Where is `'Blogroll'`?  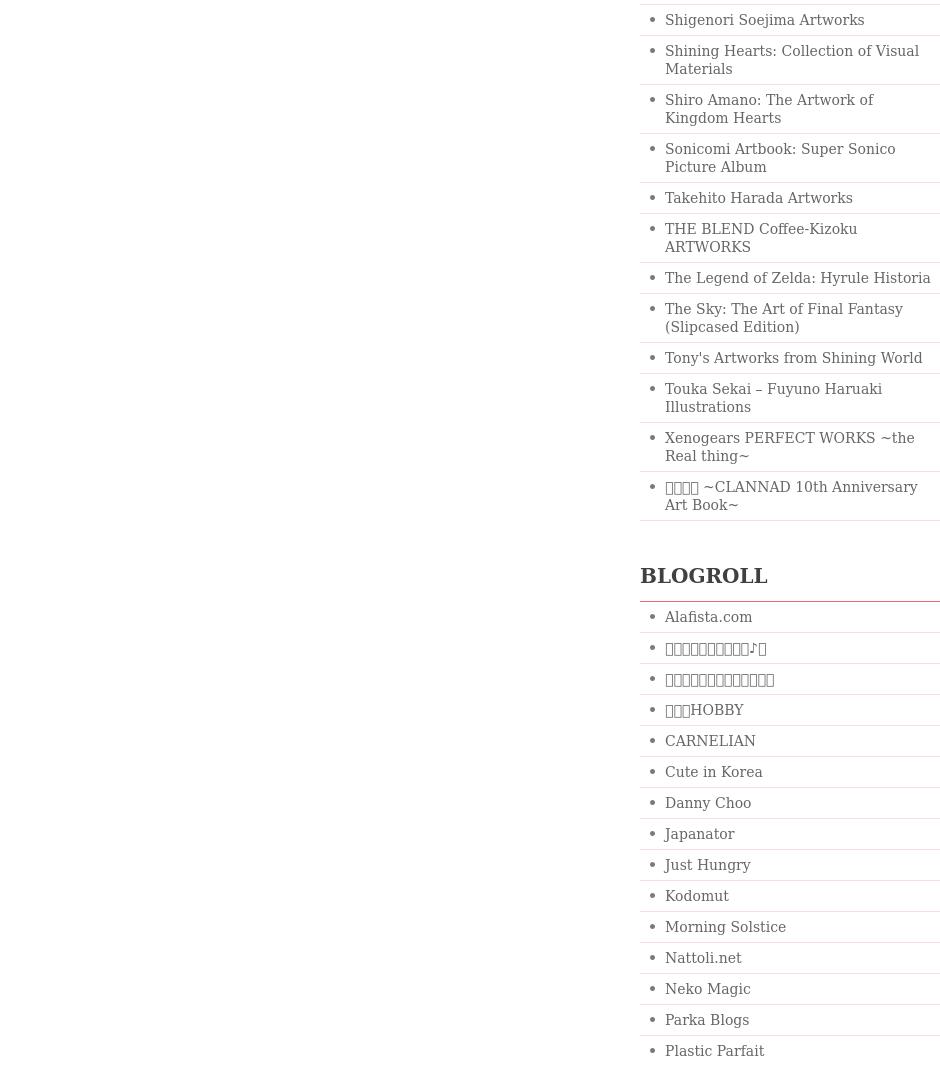 'Blogroll' is located at coordinates (702, 574).